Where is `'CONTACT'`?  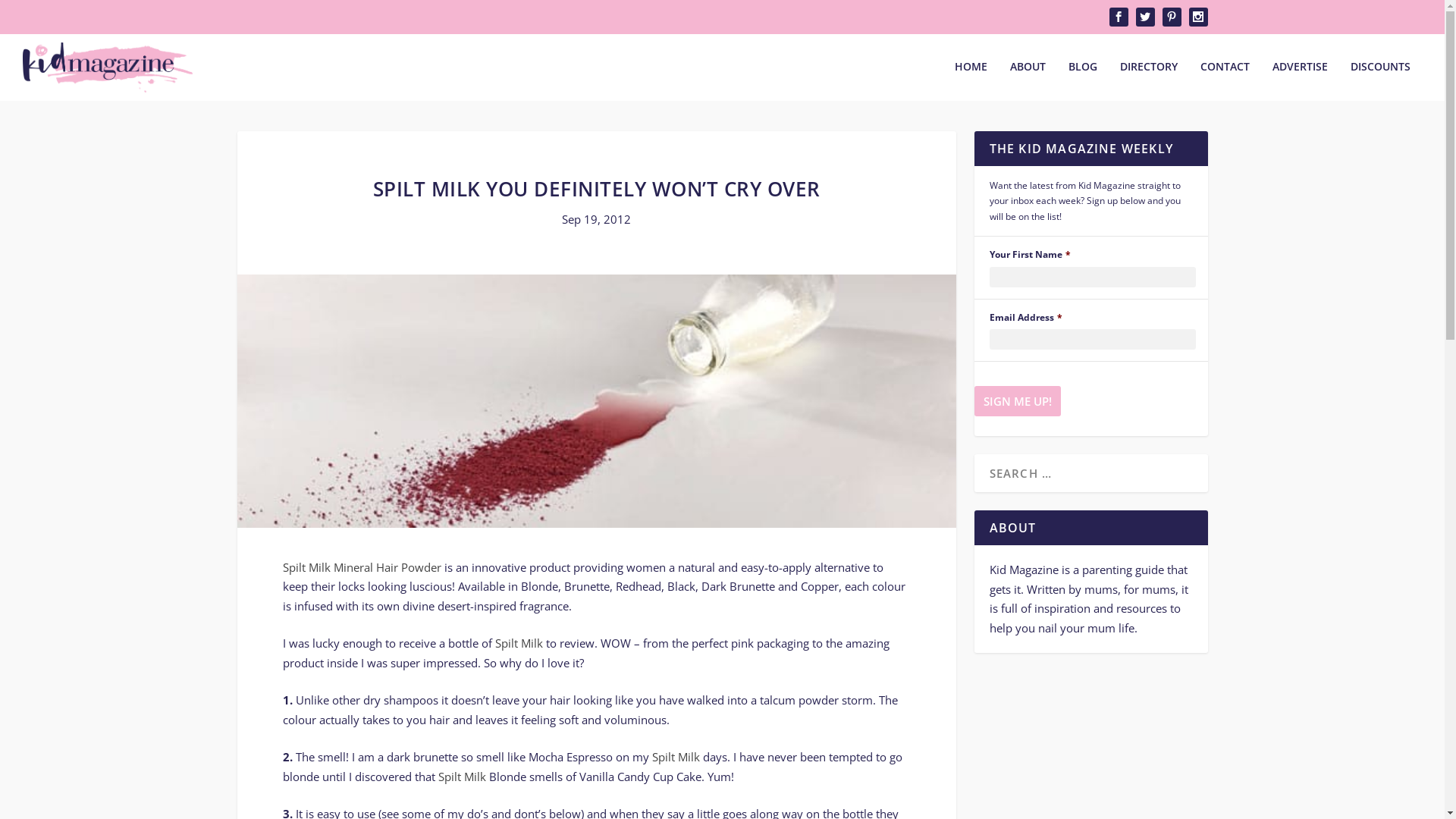
'CONTACT' is located at coordinates (1225, 80).